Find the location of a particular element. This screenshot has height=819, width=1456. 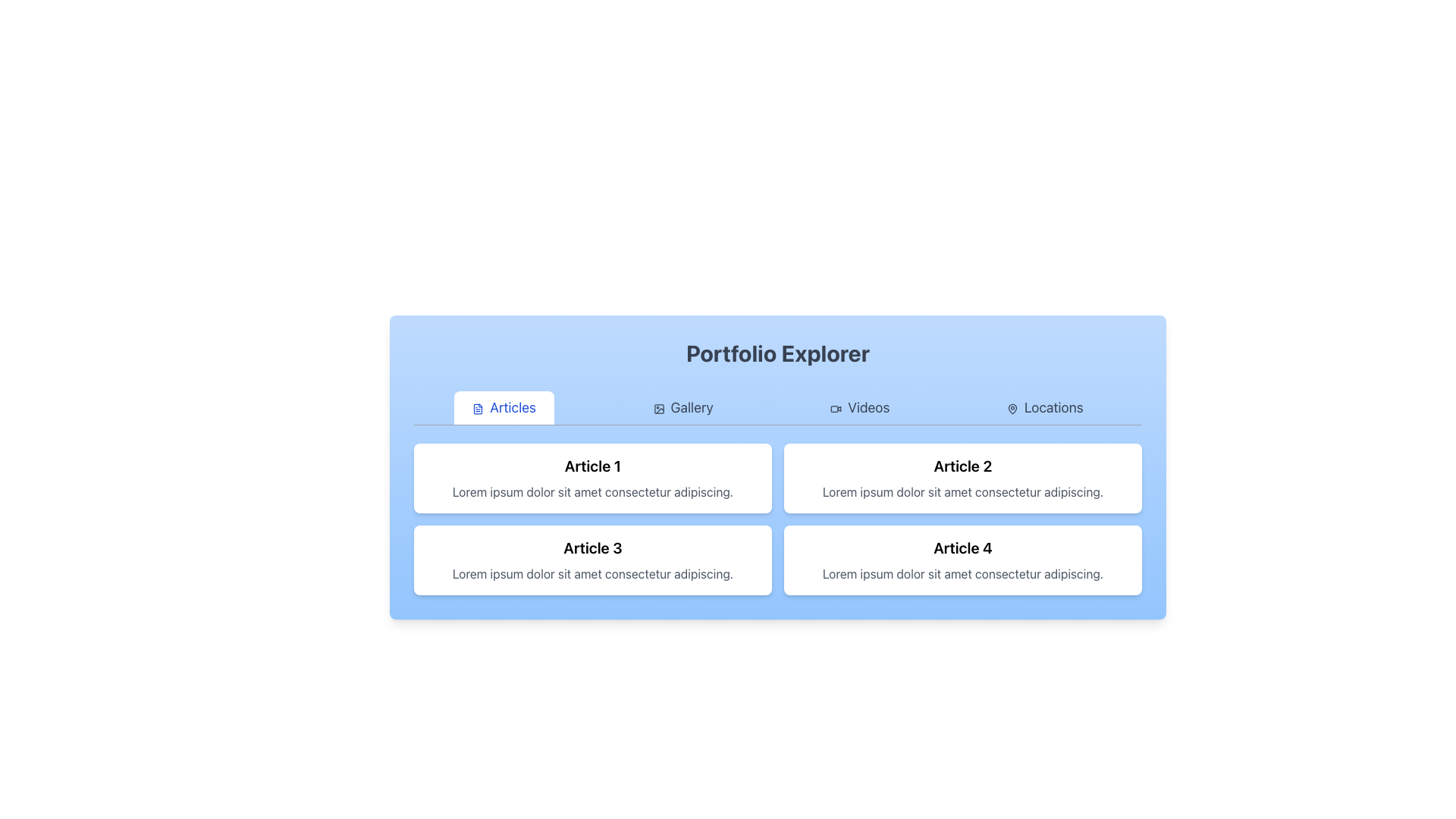

the 'Gallery' button in the navigation menu is located at coordinates (778, 406).